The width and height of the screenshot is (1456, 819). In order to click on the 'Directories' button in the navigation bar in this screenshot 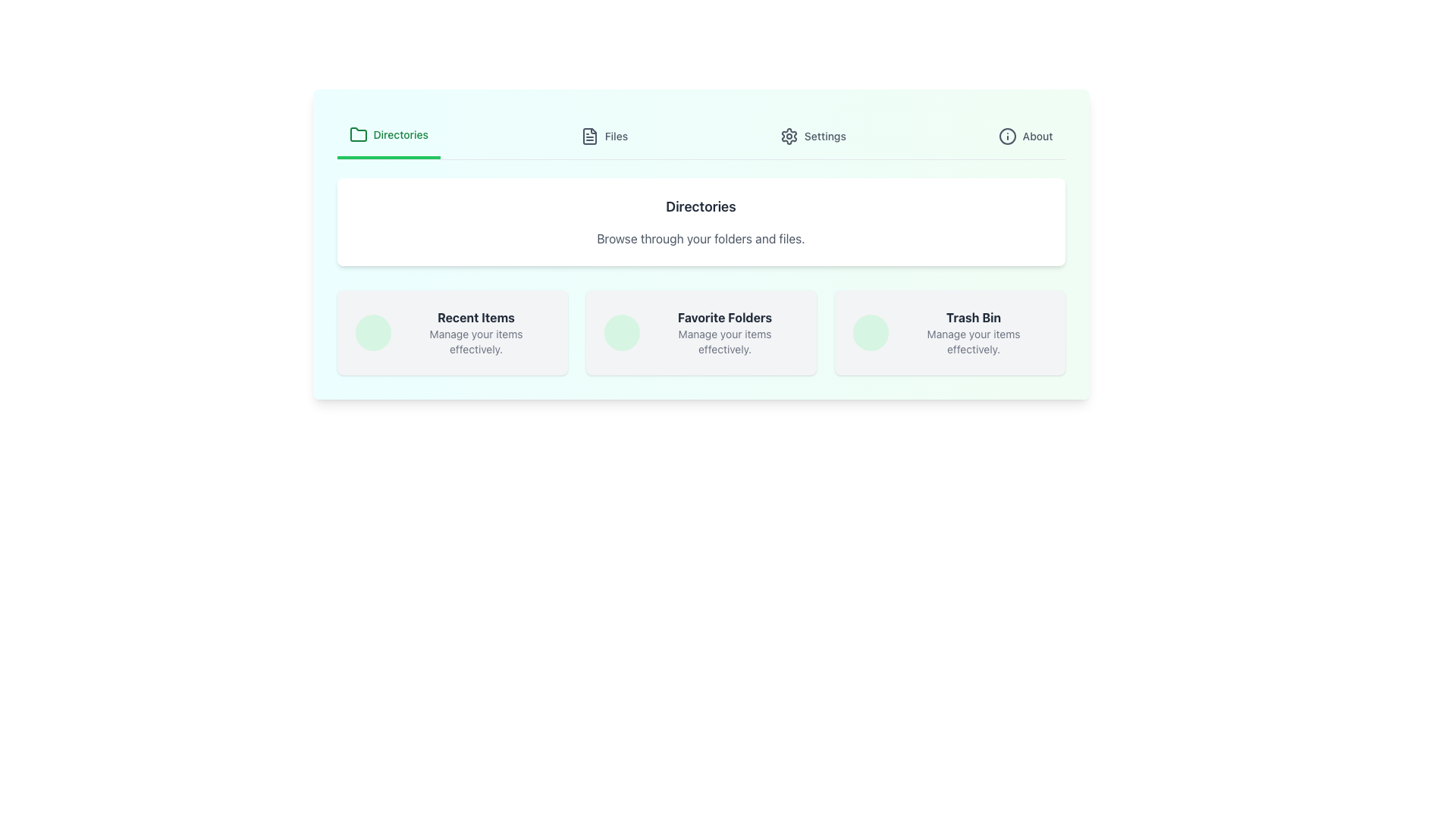, I will do `click(388, 136)`.